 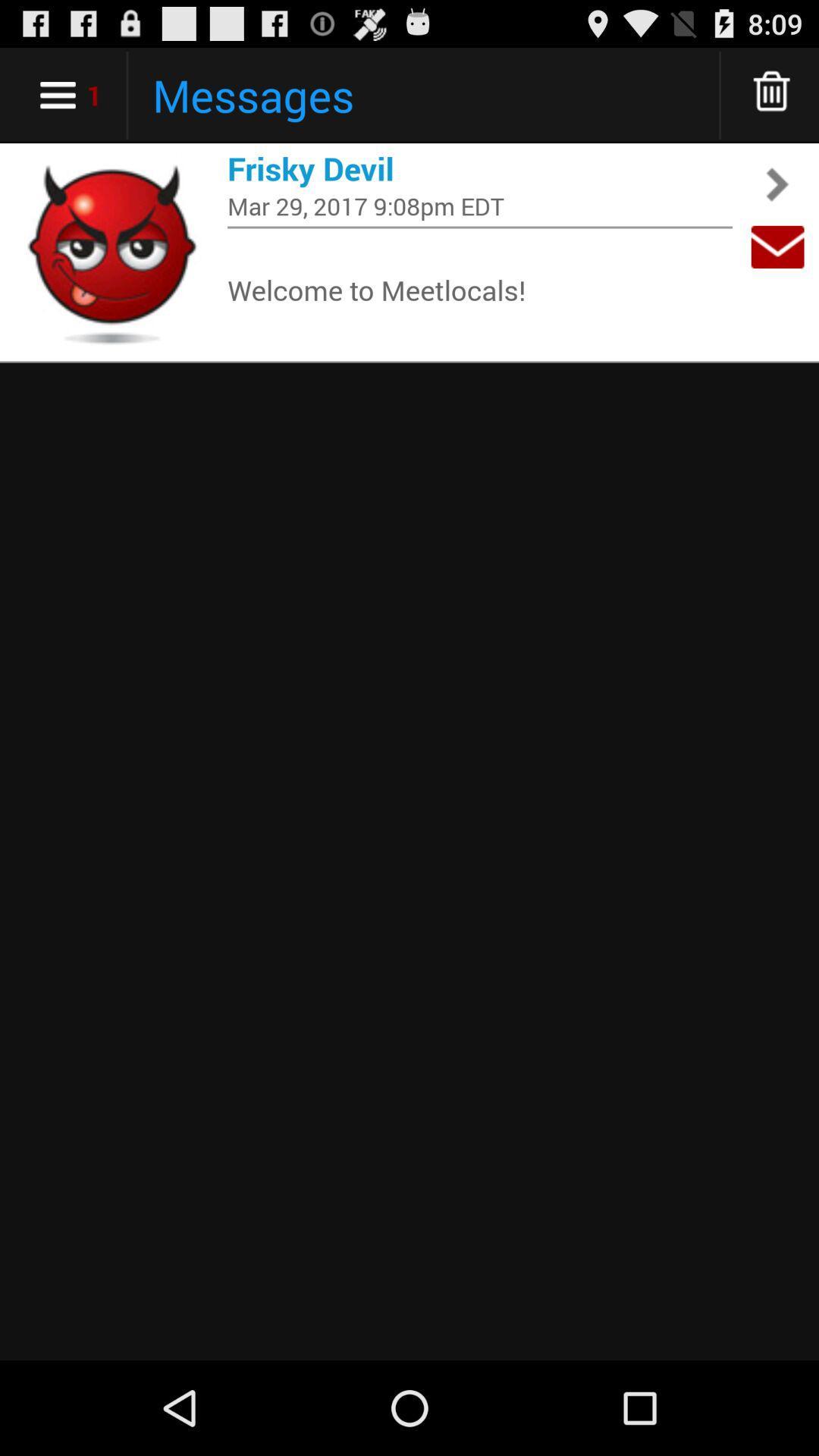 What do you see at coordinates (479, 289) in the screenshot?
I see `welcome to meetlocals` at bounding box center [479, 289].